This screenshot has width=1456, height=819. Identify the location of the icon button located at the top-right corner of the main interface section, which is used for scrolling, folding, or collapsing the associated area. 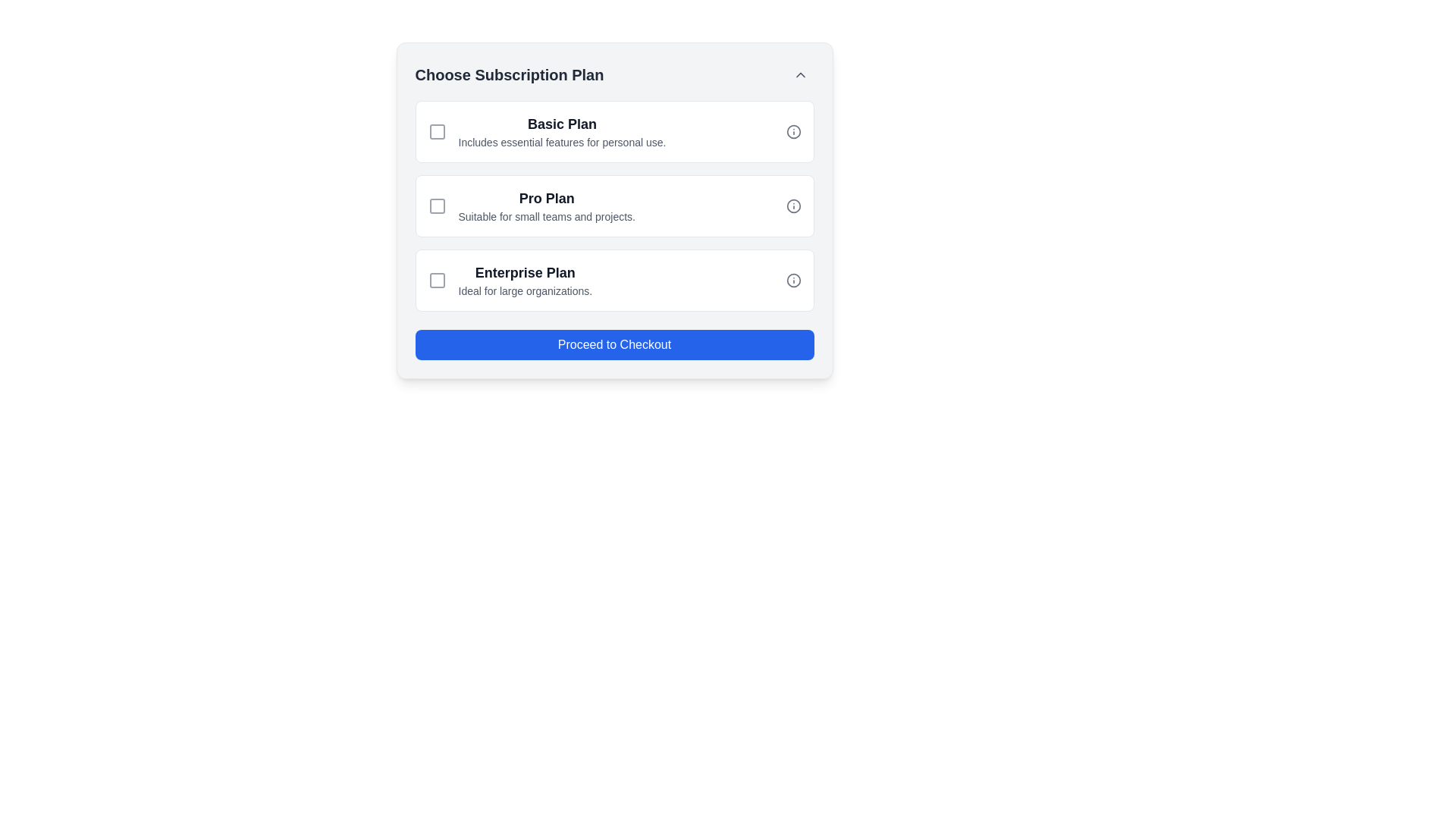
(799, 75).